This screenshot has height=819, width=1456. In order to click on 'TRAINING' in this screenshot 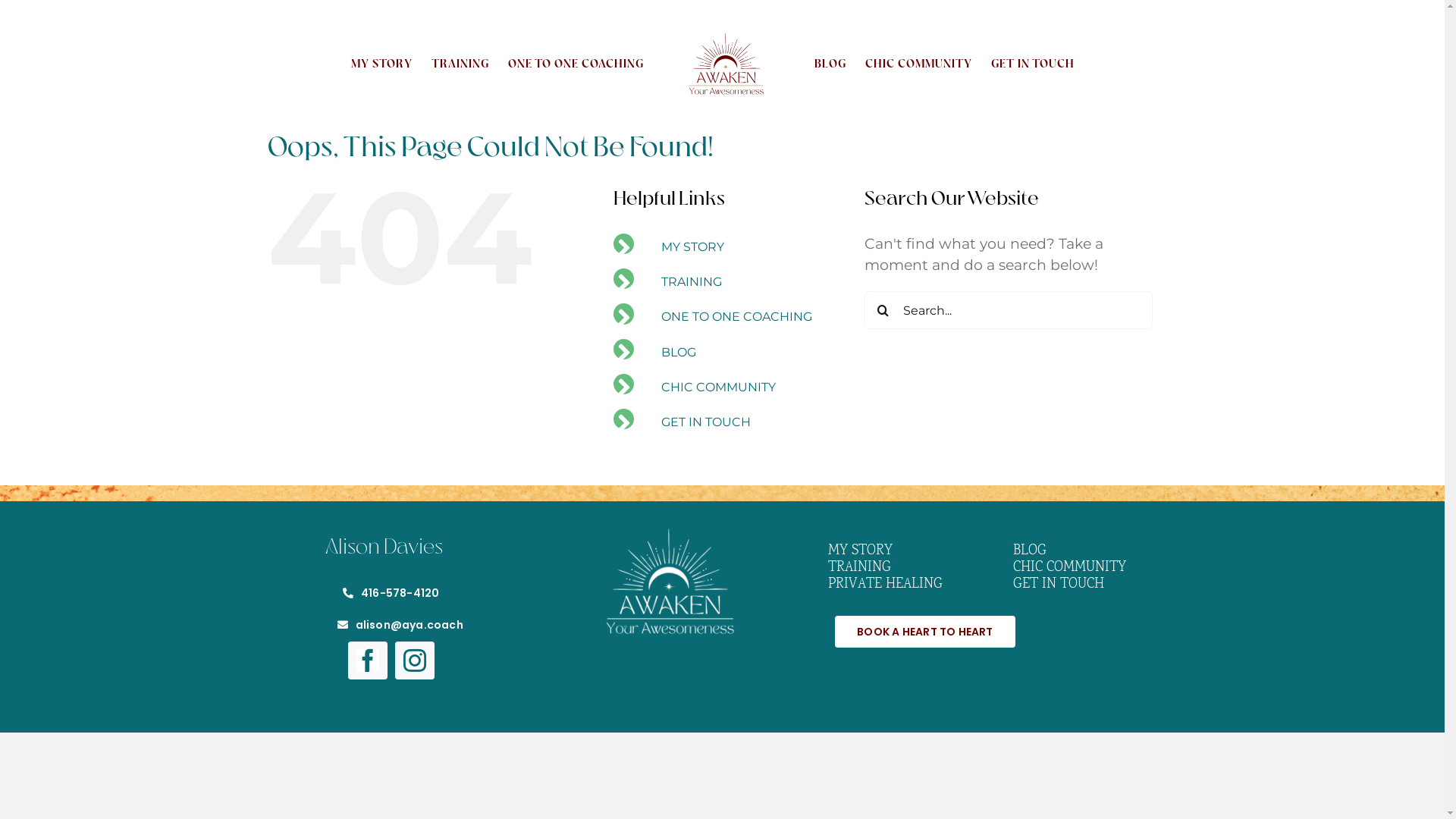, I will do `click(827, 567)`.